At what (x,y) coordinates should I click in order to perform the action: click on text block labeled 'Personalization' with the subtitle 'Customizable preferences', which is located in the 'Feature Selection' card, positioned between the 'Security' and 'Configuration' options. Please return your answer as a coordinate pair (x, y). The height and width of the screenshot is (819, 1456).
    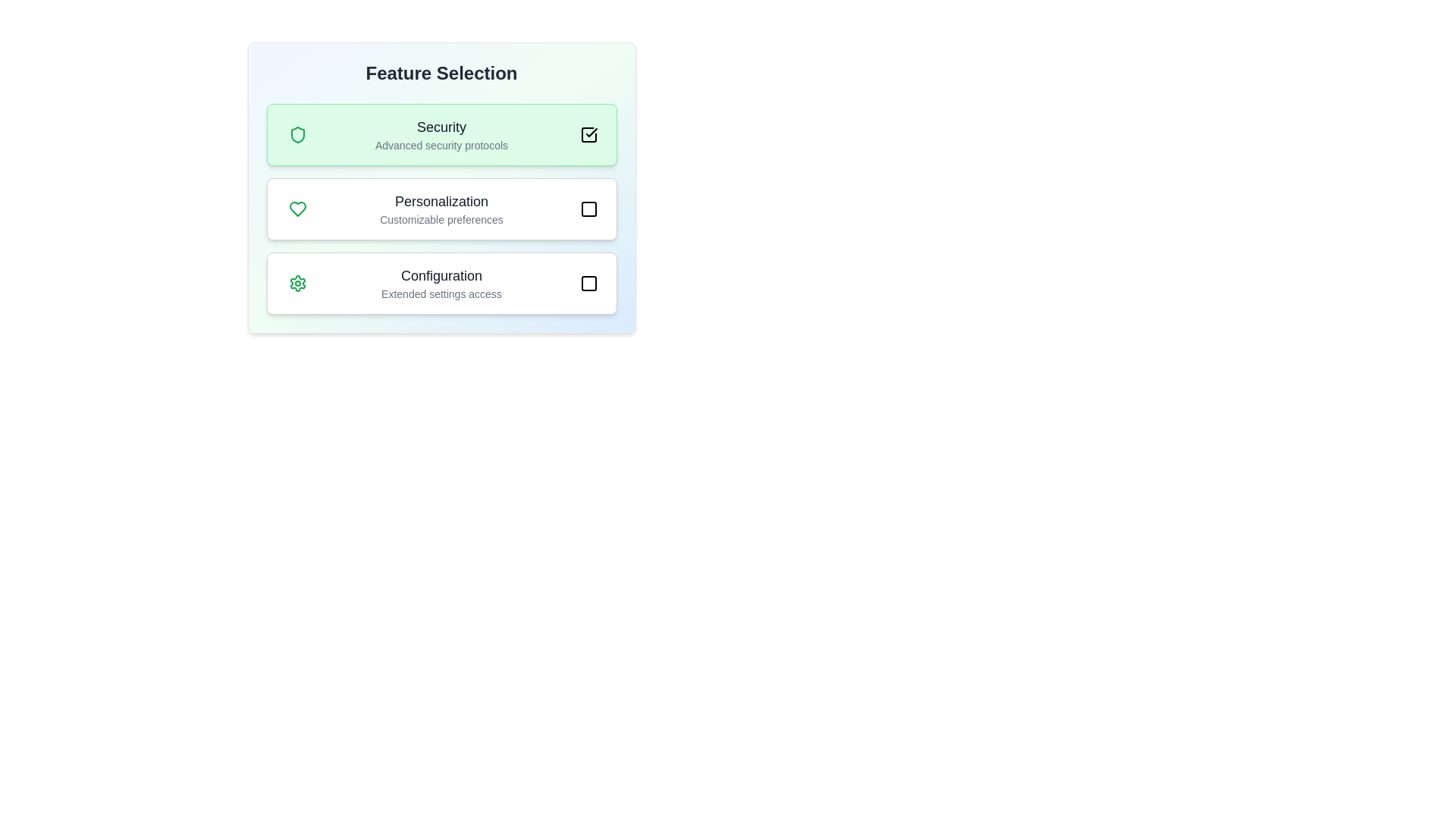
    Looking at the image, I should click on (441, 209).